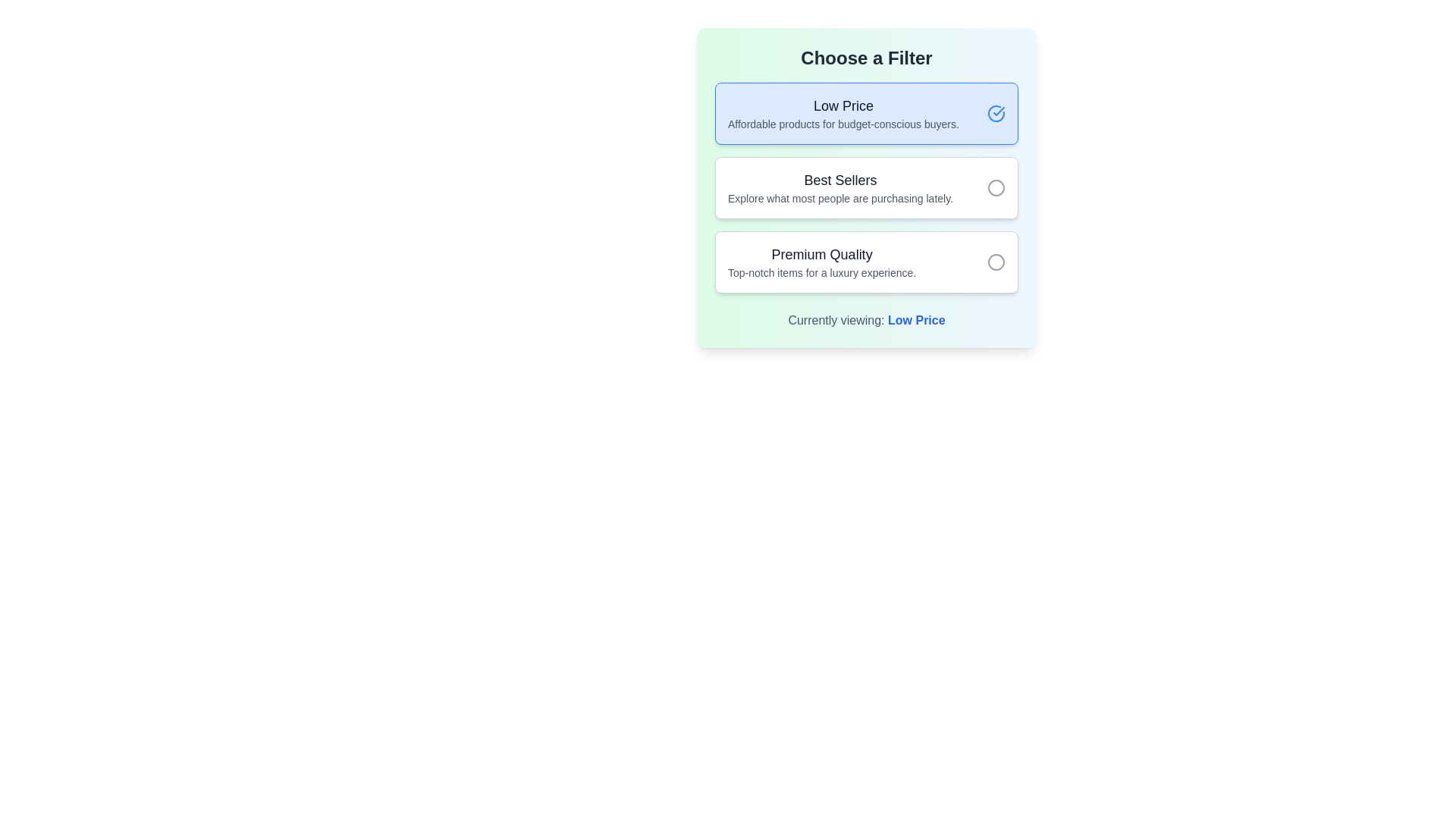 The image size is (1456, 819). I want to click on the descriptive text UI component that contains the bold text 'Low Price' and the smaller text 'Affordable products for budget-conscious buyers.' within a rounded rectangular card with a light blue background, so click(843, 113).